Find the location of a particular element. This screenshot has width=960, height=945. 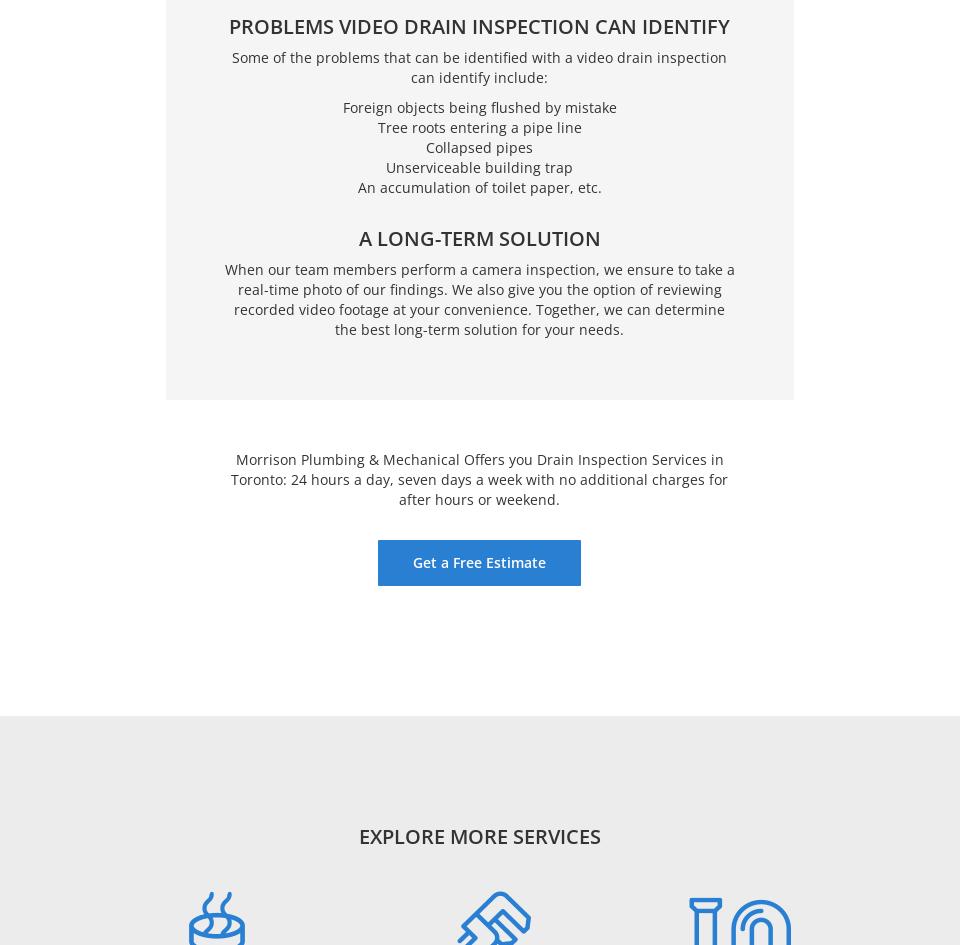

'Tree roots entering a pipe line' is located at coordinates (479, 125).